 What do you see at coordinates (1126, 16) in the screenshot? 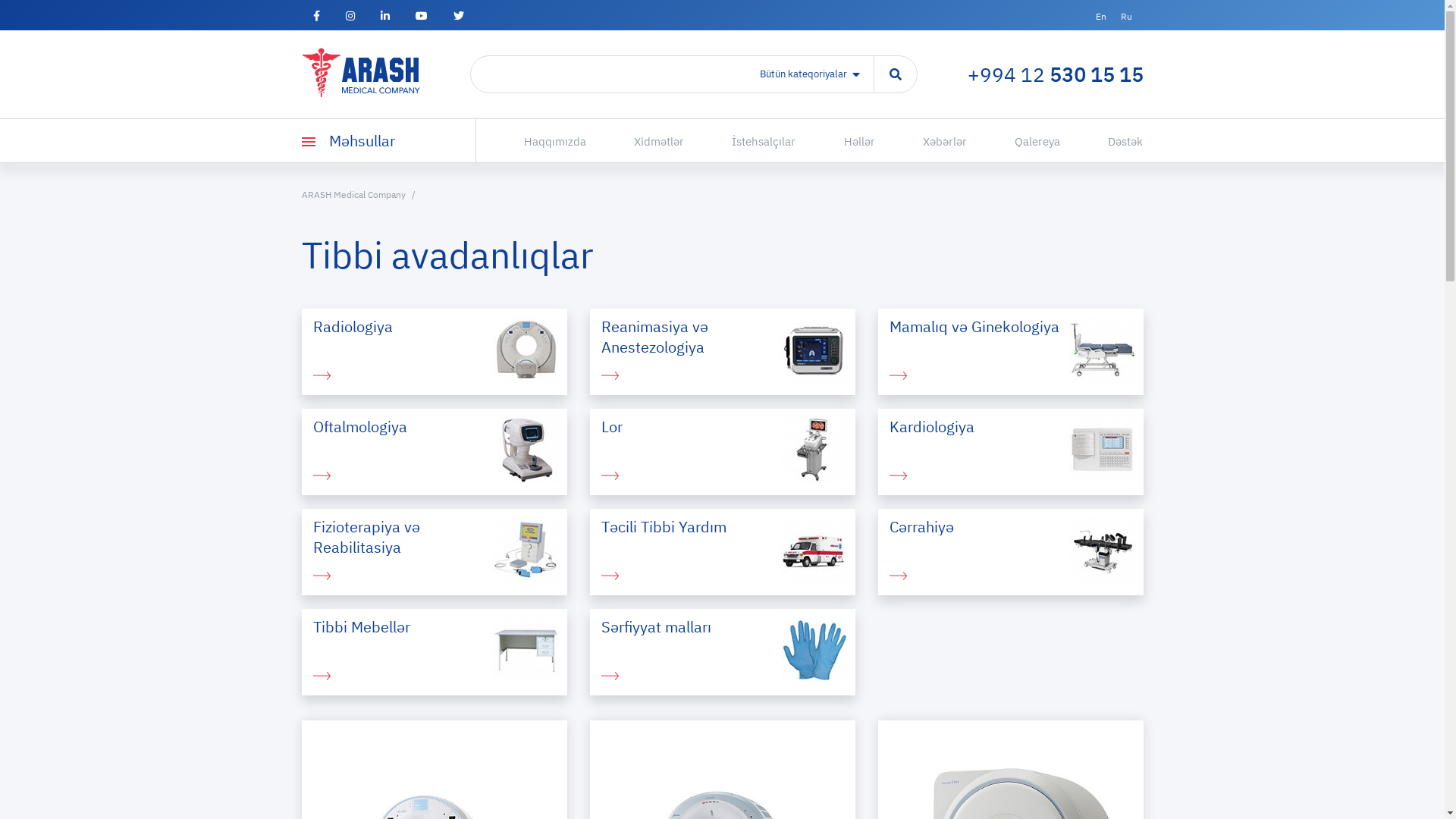
I see `'Ru'` at bounding box center [1126, 16].